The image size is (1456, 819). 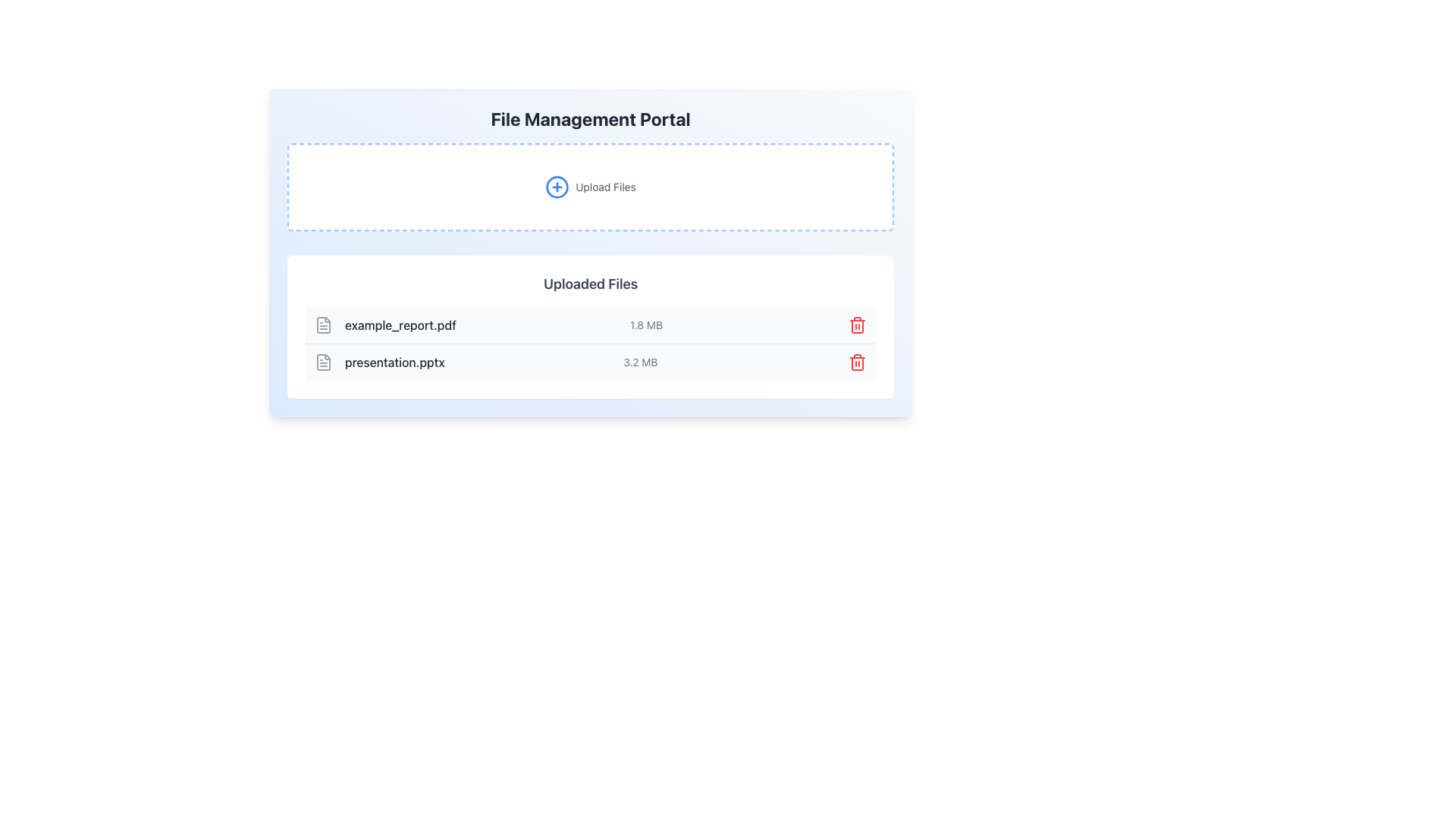 I want to click on the prominent circular upload button located in the 'Upload Files' section, so click(x=557, y=186).